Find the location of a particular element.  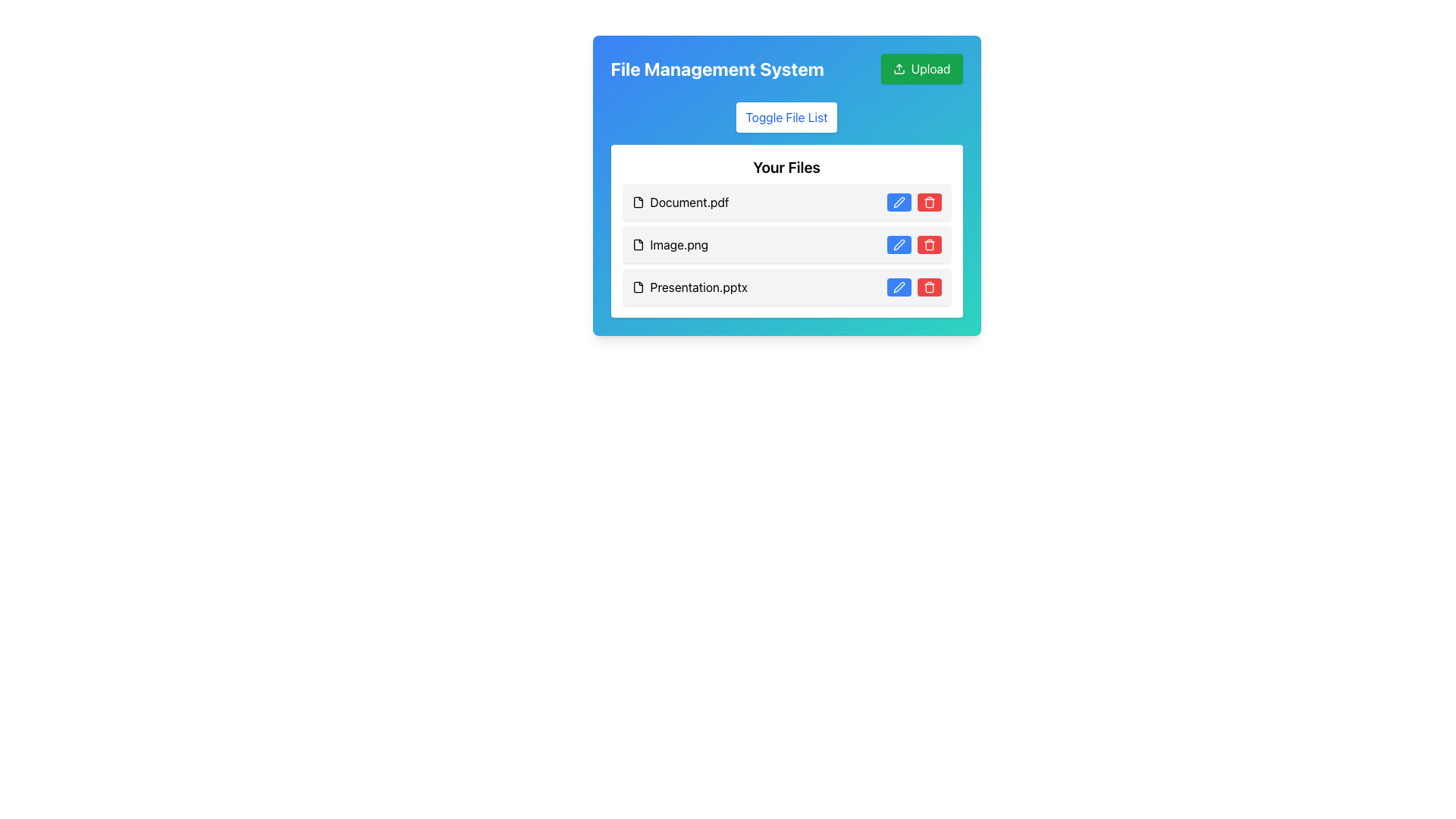

the pen-shaped edit icon located on the blue rounded button at the right end of the row for the file 'Presentation.pptx' in the 'Your Files' section is located at coordinates (899, 287).